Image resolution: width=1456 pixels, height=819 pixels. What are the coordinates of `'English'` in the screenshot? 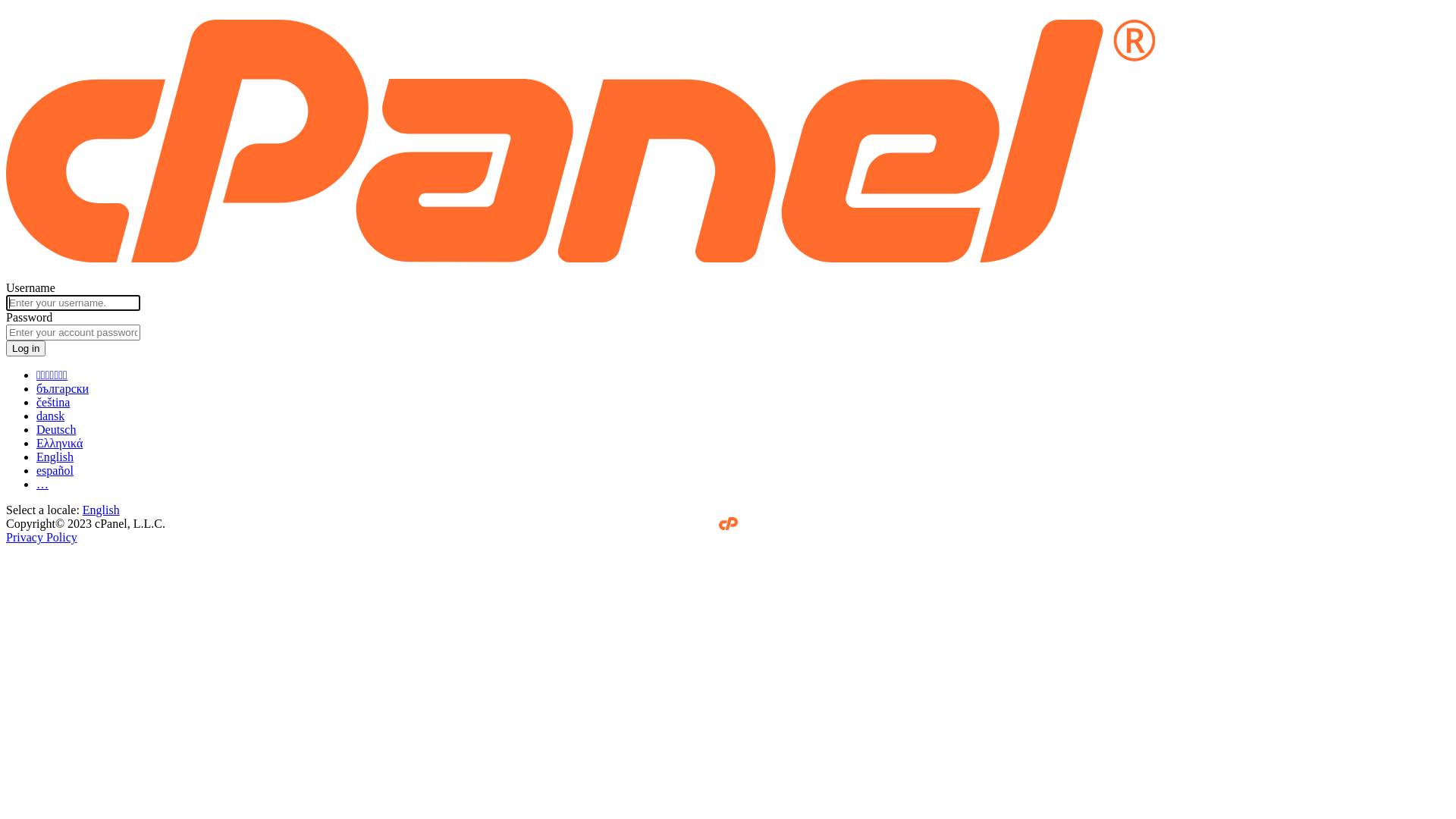 It's located at (100, 510).